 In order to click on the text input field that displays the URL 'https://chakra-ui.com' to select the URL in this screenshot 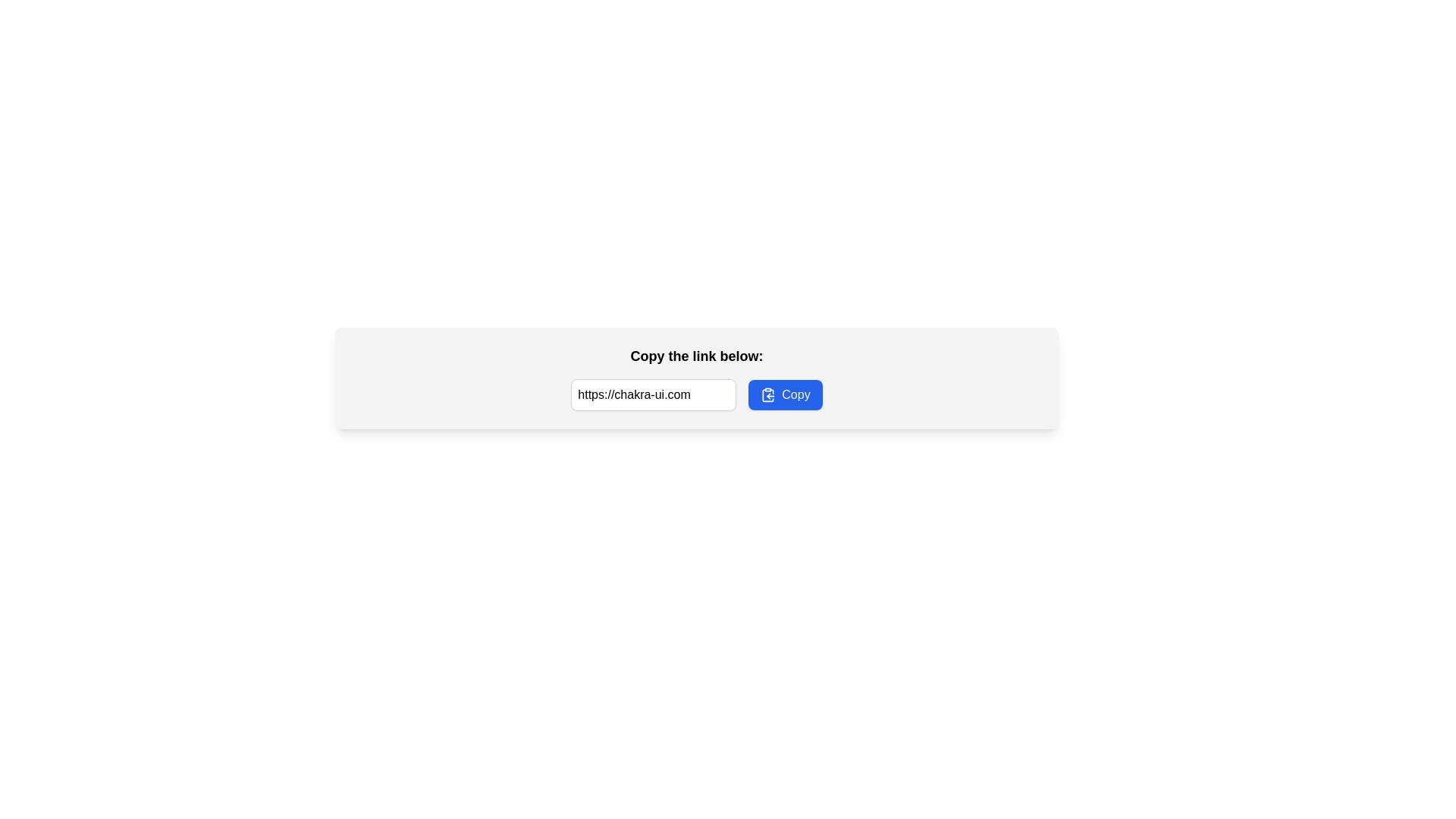, I will do `click(654, 394)`.